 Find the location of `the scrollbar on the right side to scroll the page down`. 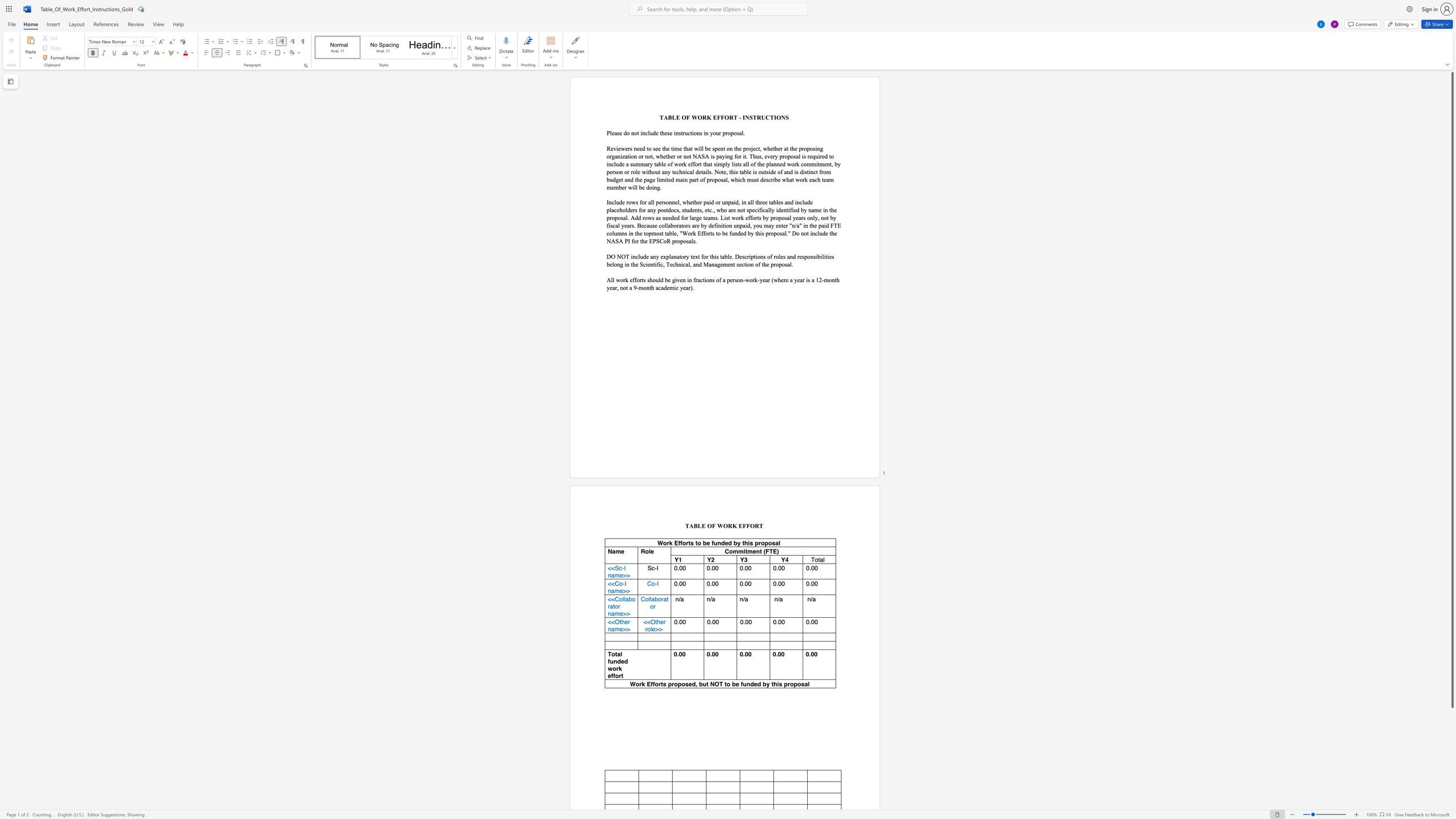

the scrollbar on the right side to scroll the page down is located at coordinates (1451, 788).